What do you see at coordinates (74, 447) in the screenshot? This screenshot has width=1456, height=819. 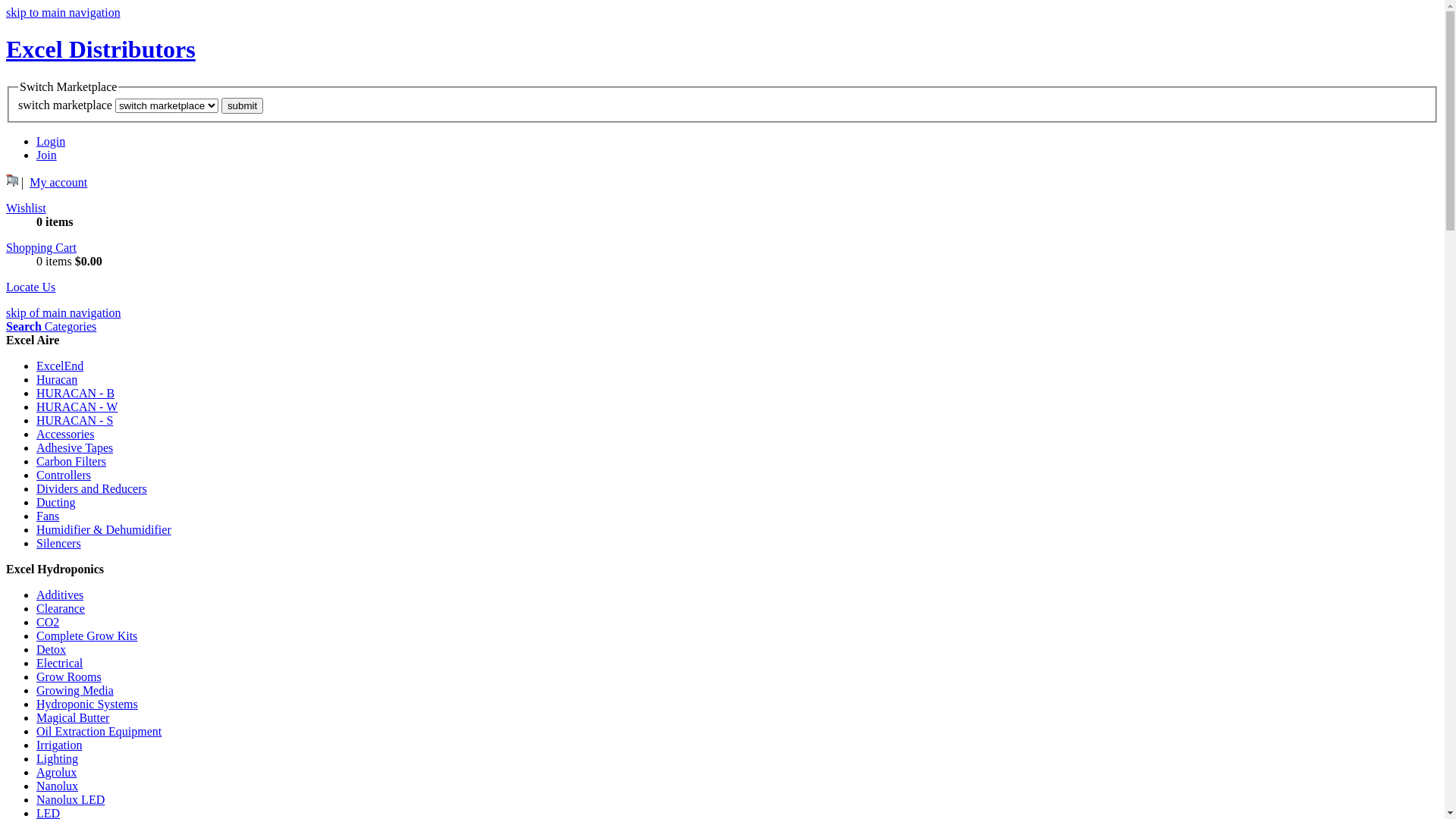 I see `'Adhesive Tapes'` at bounding box center [74, 447].